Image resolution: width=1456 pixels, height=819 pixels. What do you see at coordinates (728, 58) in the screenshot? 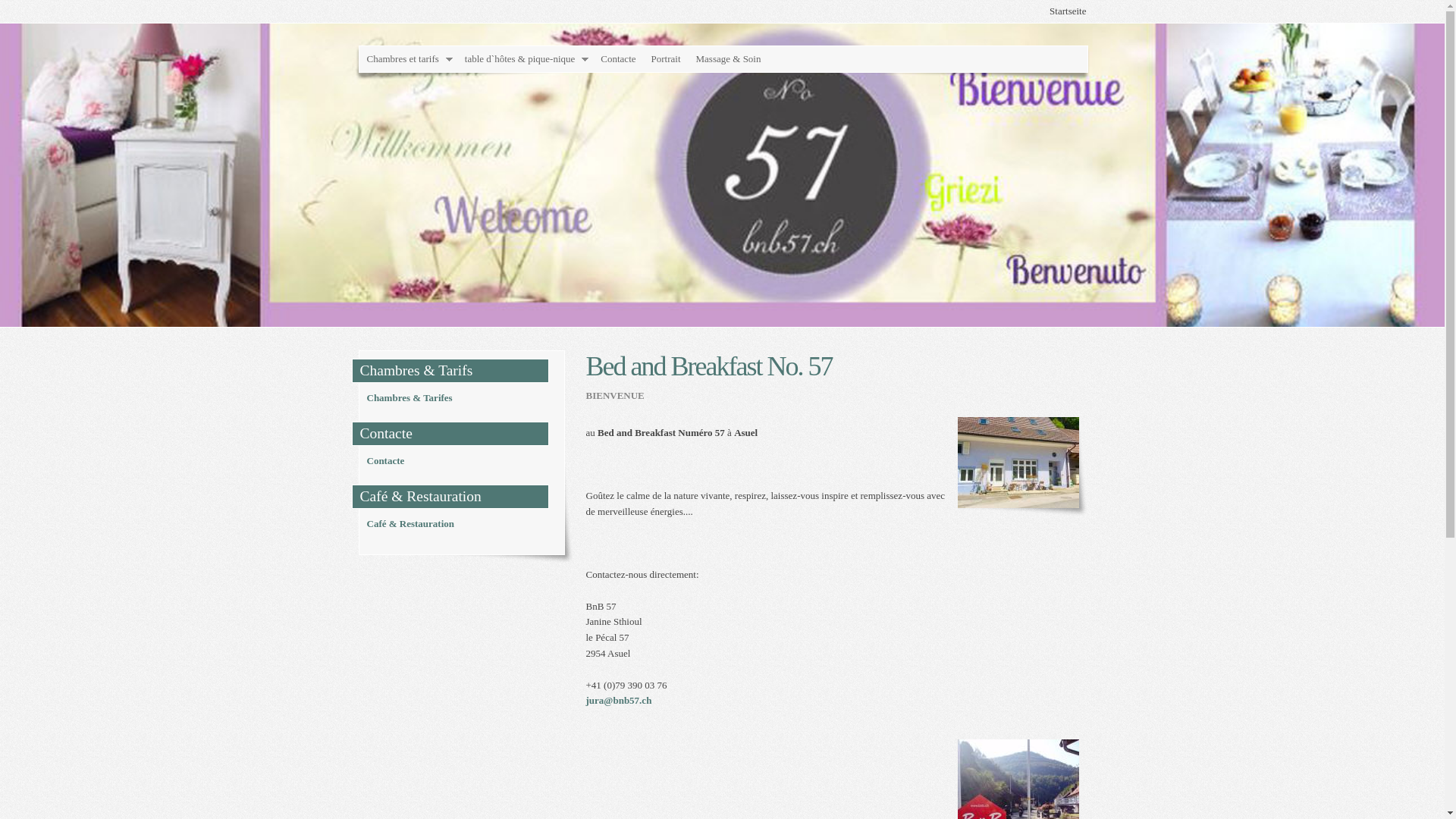
I see `'Massage & Soin'` at bounding box center [728, 58].